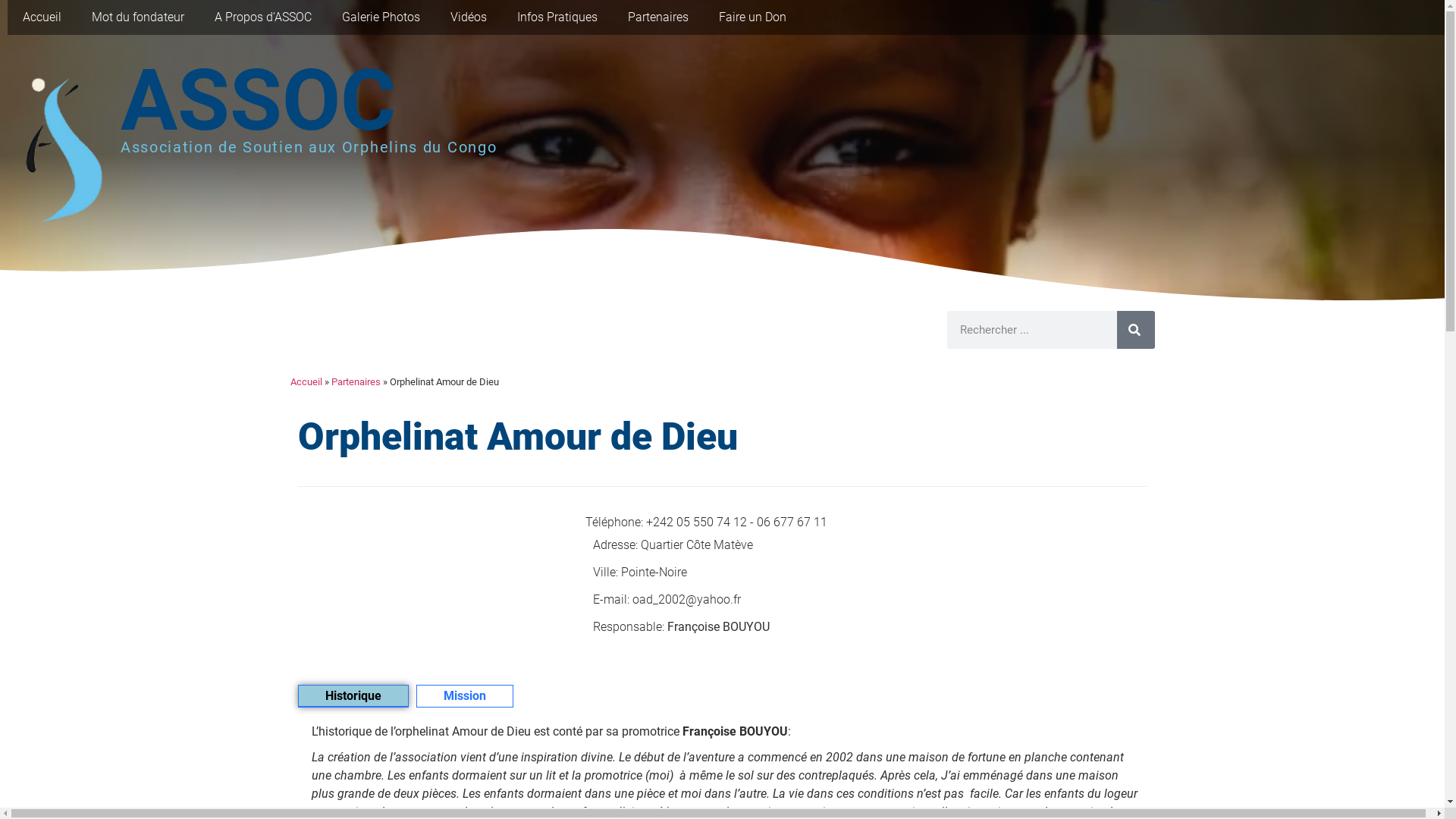  Describe the element at coordinates (463, 696) in the screenshot. I see `'Mission'` at that location.